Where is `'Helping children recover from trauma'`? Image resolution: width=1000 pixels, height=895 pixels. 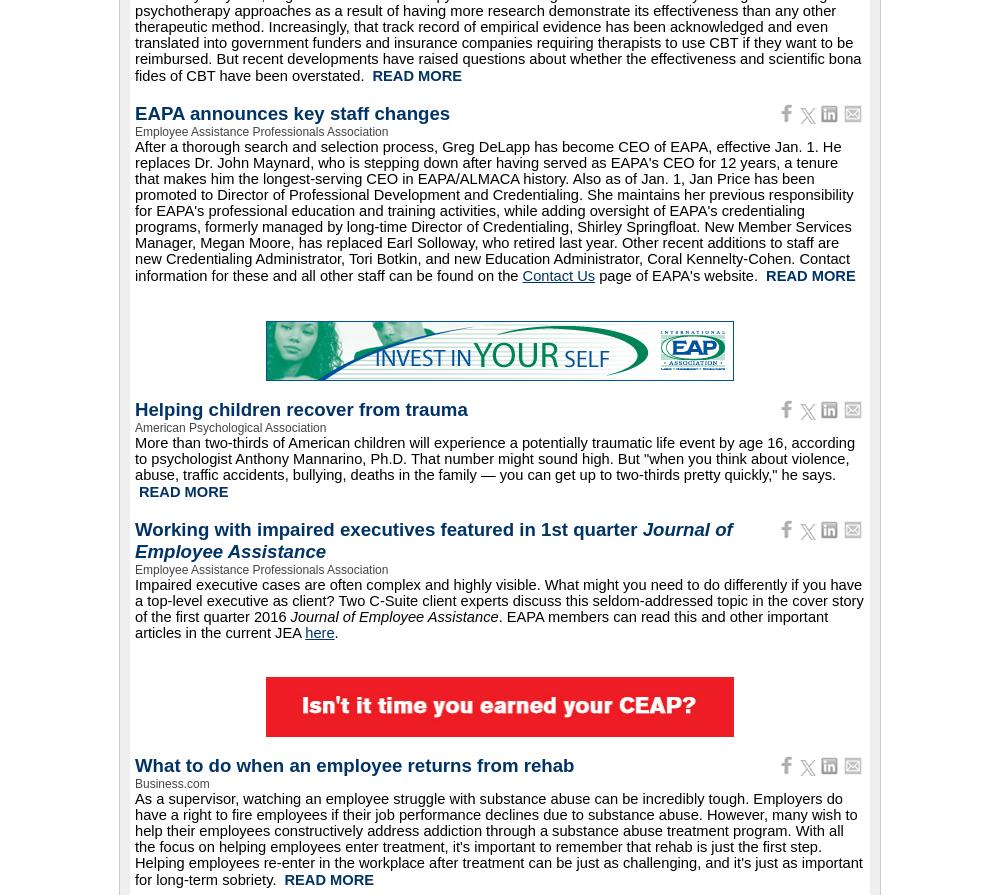 'Helping children recover from trauma' is located at coordinates (301, 409).